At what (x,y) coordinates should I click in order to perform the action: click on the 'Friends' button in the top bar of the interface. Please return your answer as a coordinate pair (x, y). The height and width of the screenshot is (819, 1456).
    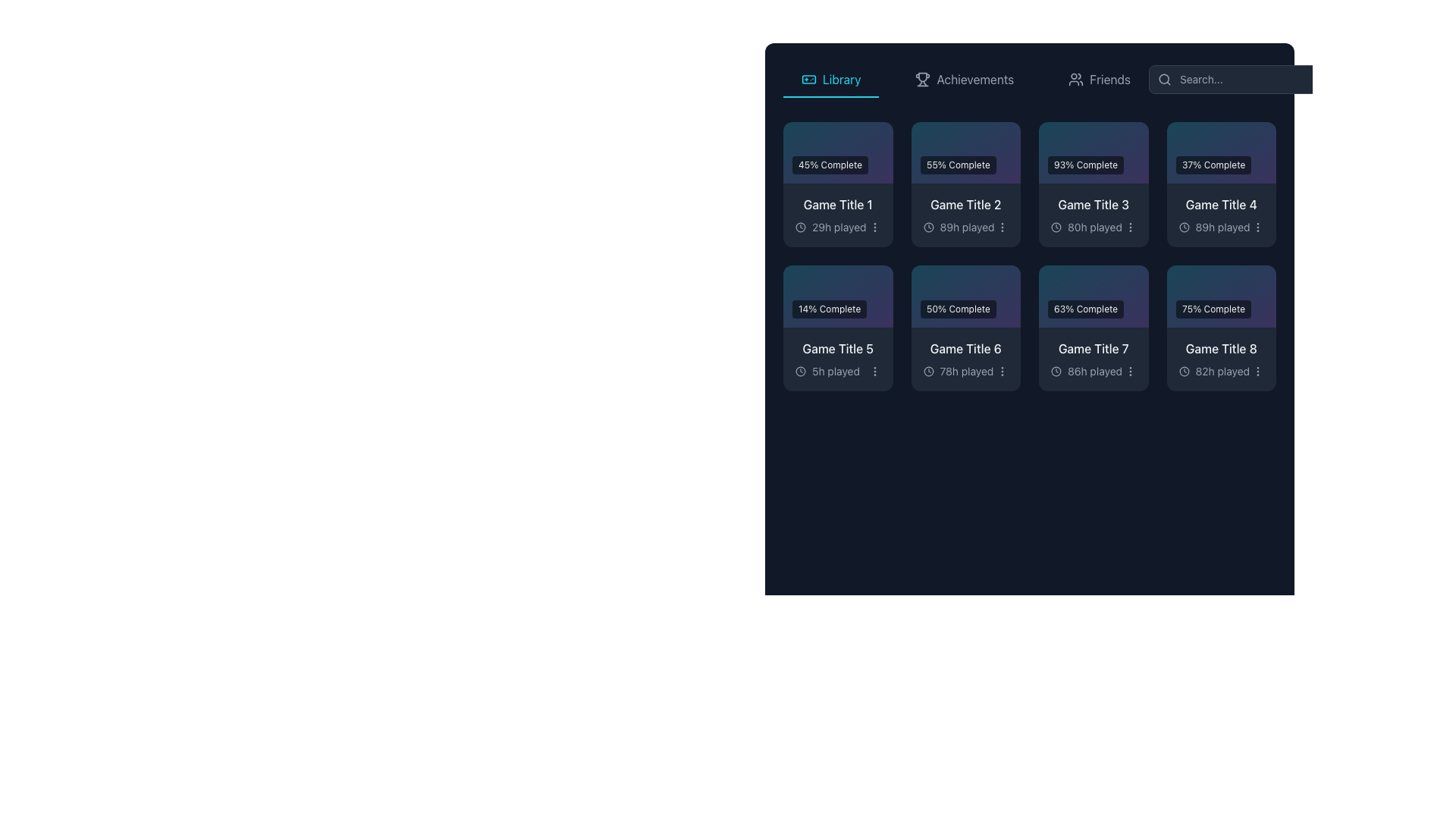
    Looking at the image, I should click on (1100, 79).